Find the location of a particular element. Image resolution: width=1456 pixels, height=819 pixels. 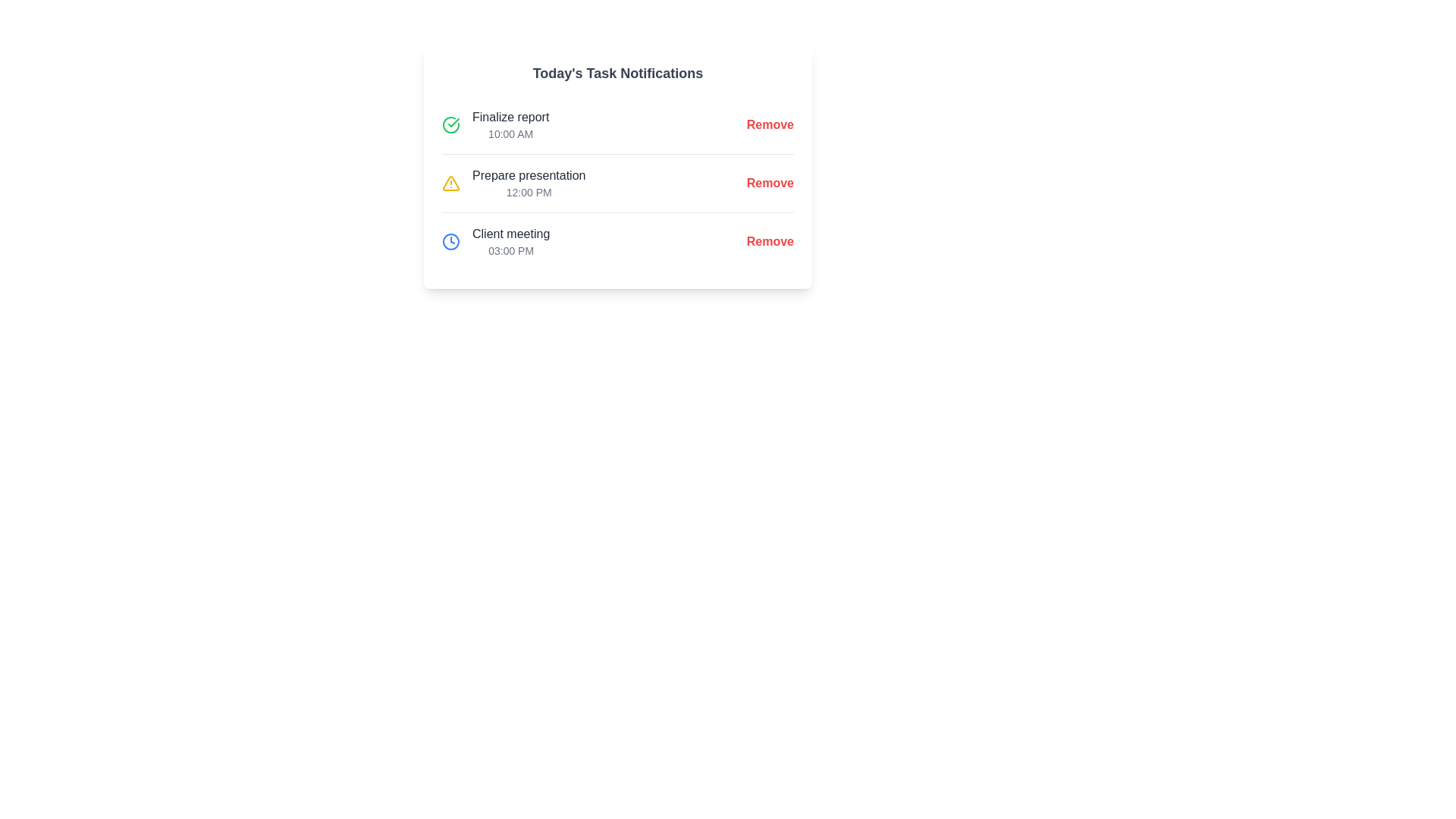

the time text label associated with the 'Client meeting' notification, which is positioned to the right of the event title and below the circular clock icon is located at coordinates (511, 250).